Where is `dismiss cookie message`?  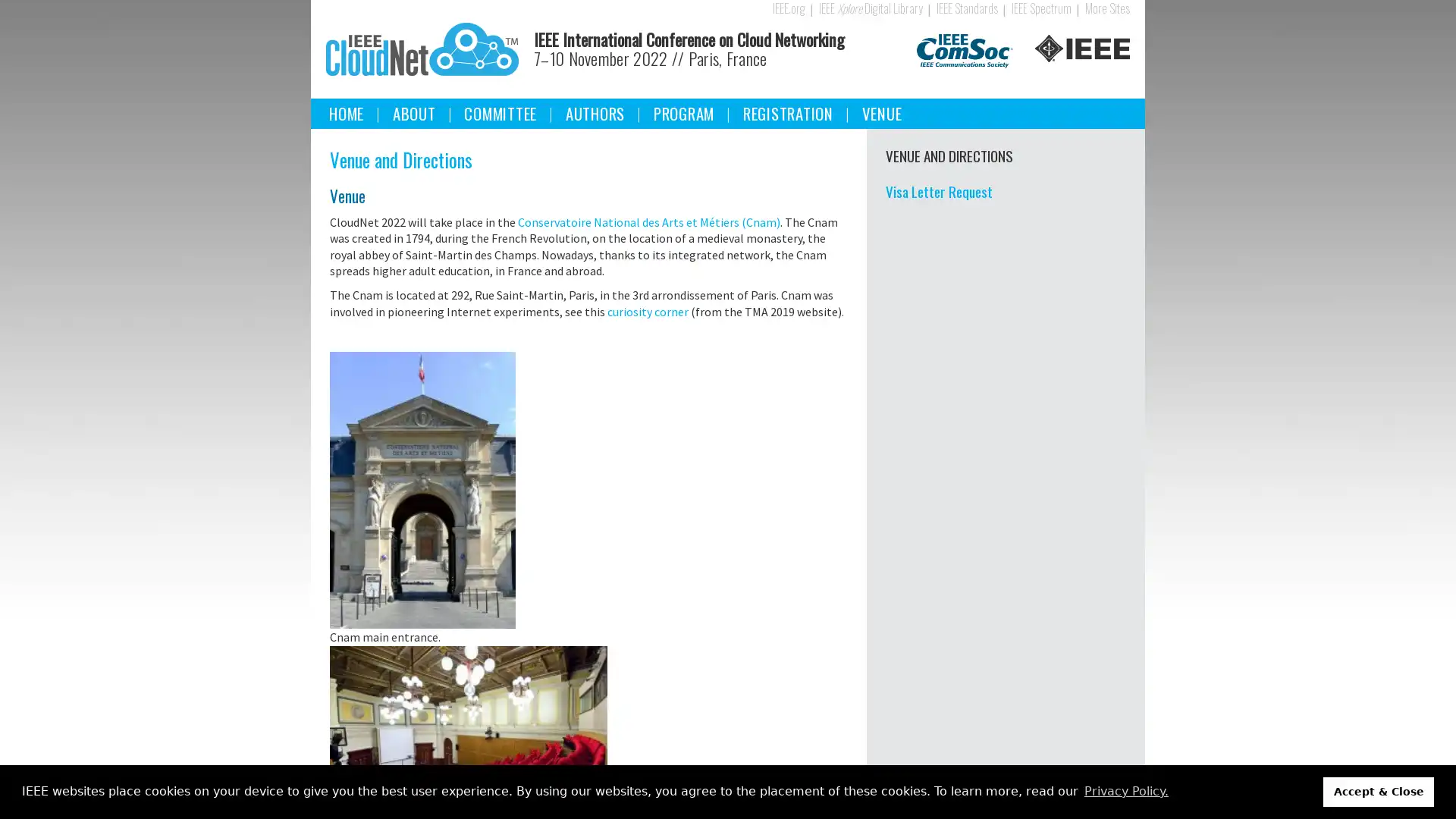
dismiss cookie message is located at coordinates (1379, 791).